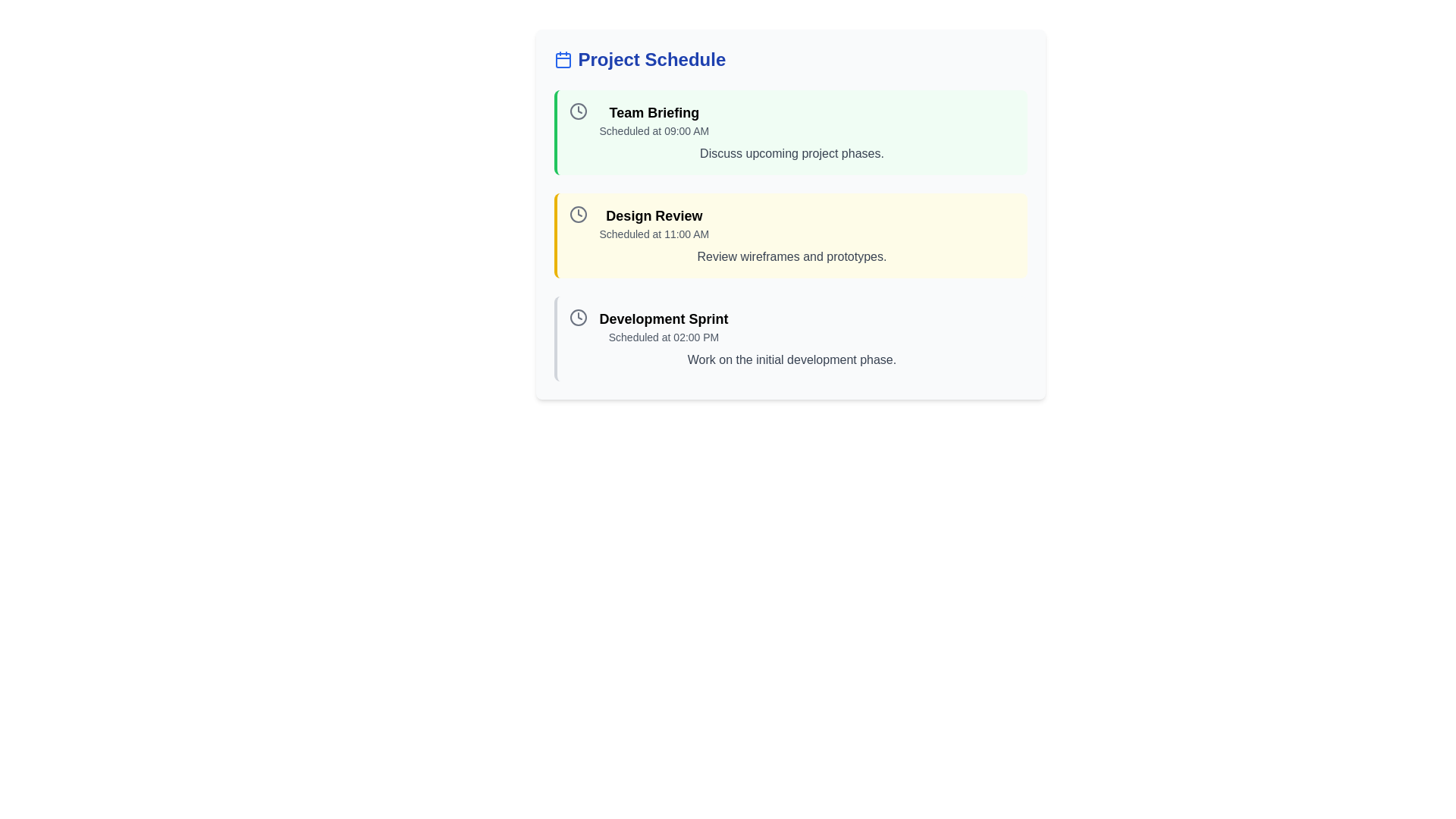 The image size is (1456, 819). What do you see at coordinates (789, 214) in the screenshot?
I see `the Information card for the Design Review event scheduled at 11:00 AM, which is the second event in the Project Schedule section, positioned between the Team Briefing and Development Sprint sections` at bounding box center [789, 214].